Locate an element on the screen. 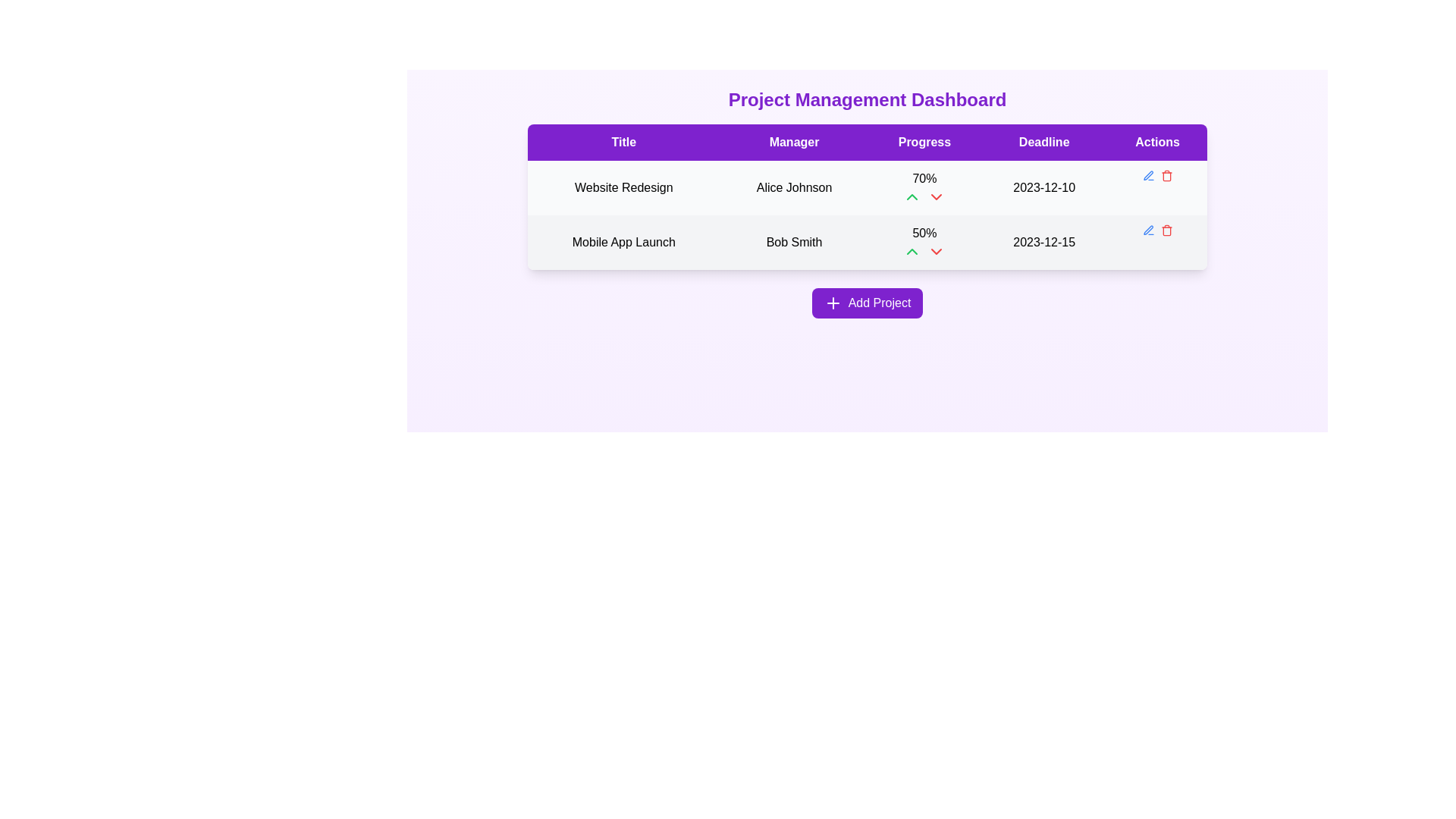 This screenshot has height=819, width=1456. the downward-pointing red chevron icon located in the 'Progress' column of the table is located at coordinates (936, 250).